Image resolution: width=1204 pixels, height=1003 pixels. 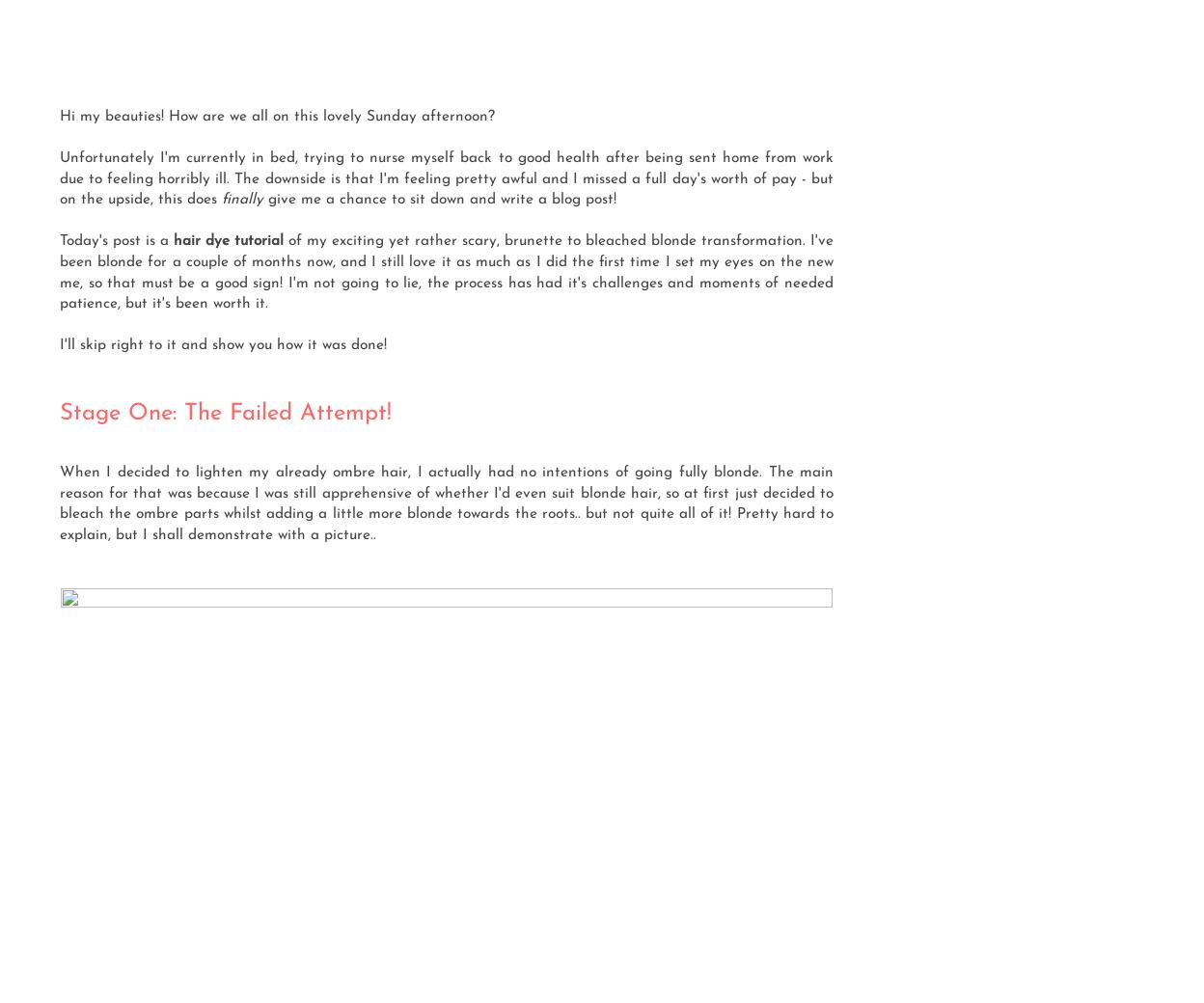 What do you see at coordinates (447, 178) in the screenshot?
I see `'Unfortunately I'm currently in bed, trying to nurse myself back to good health after being sent home from work due to feeling horribly ill. The downside is that I'm feeling pretty awful and I missed a full day's worth of pay - but on the upside, this does'` at bounding box center [447, 178].